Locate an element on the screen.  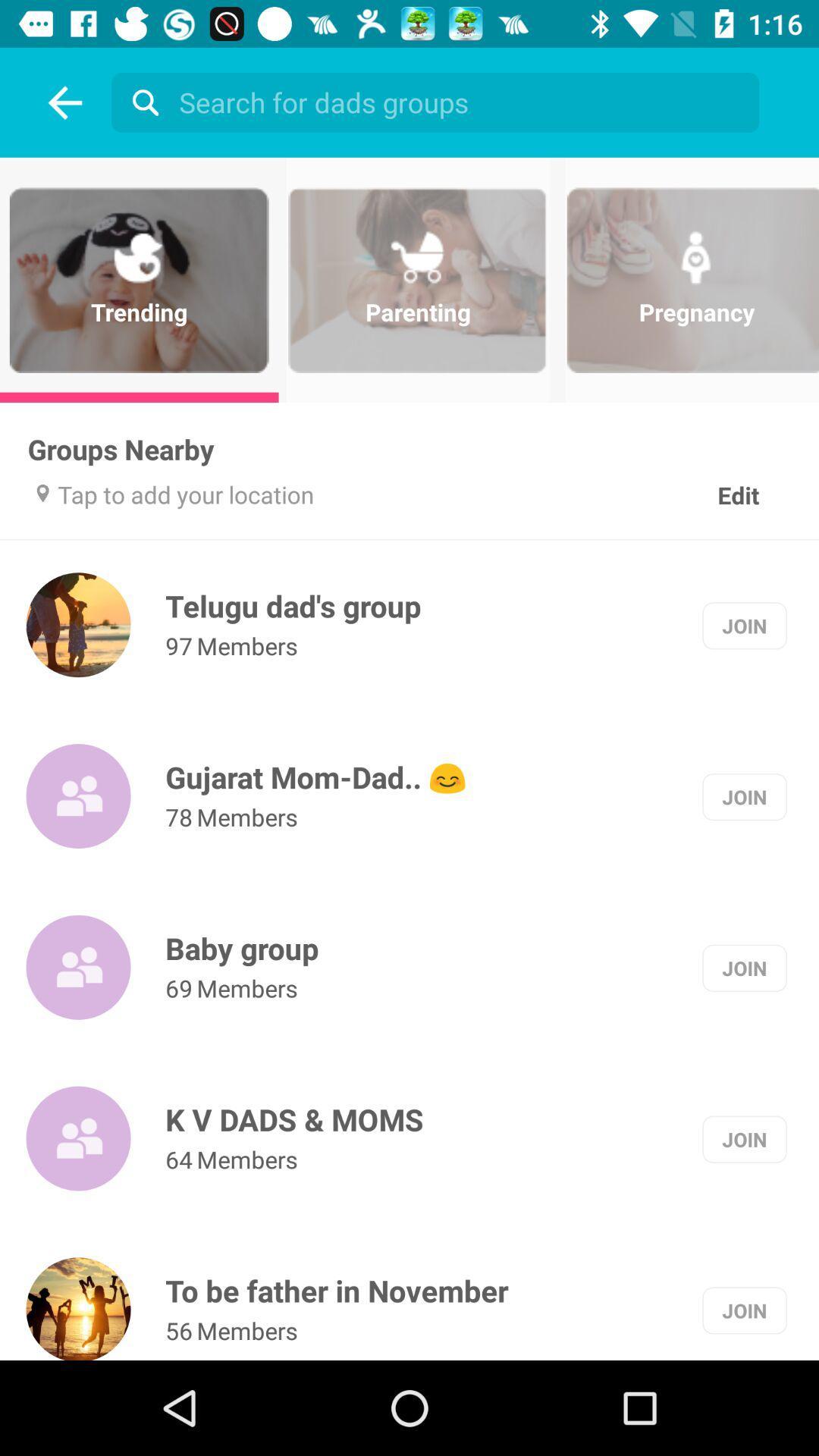
search is located at coordinates (141, 102).